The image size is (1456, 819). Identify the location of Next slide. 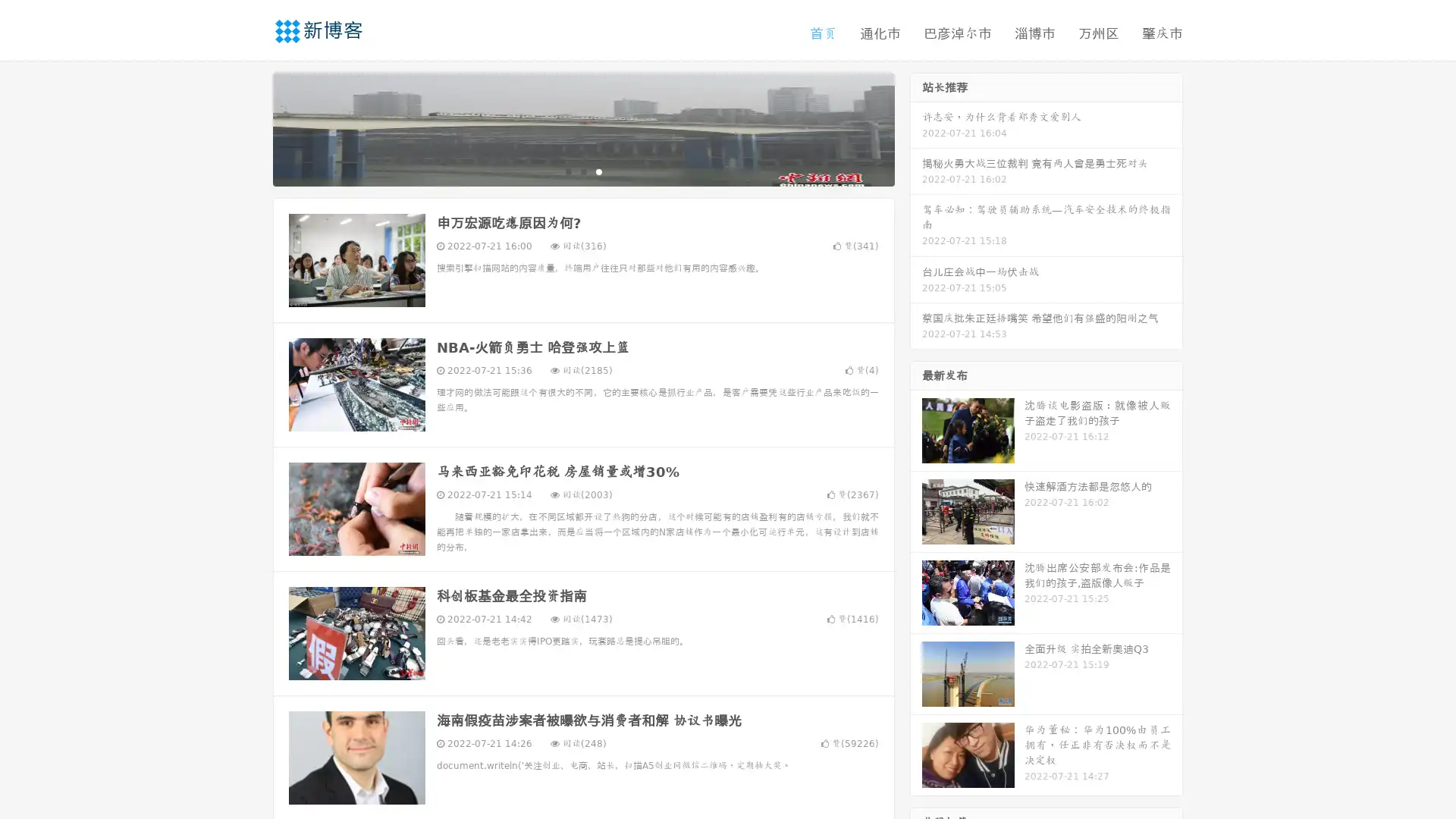
(916, 127).